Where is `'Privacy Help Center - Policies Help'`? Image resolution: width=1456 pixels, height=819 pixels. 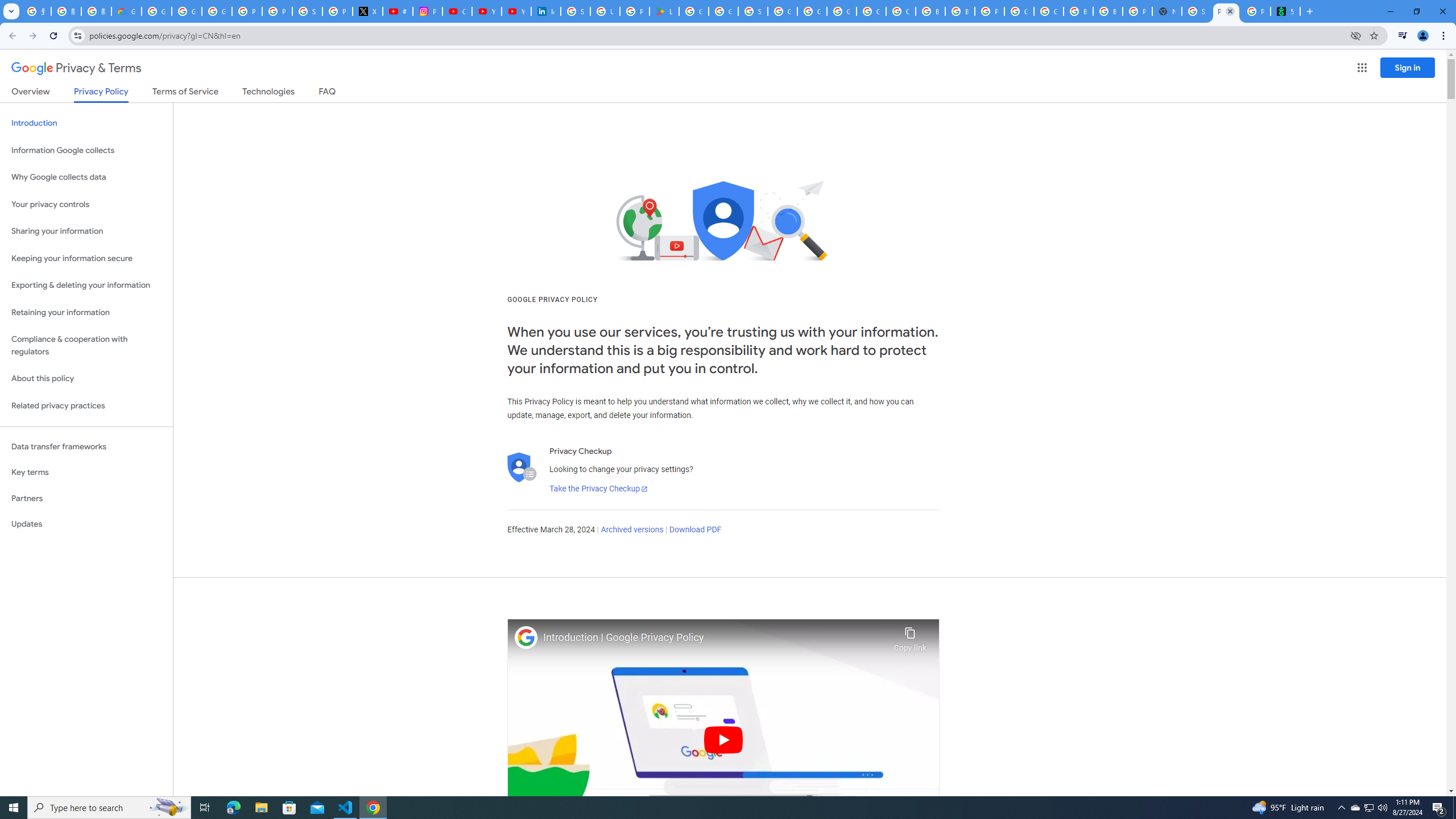
'Privacy Help Center - Policies Help' is located at coordinates (276, 11).